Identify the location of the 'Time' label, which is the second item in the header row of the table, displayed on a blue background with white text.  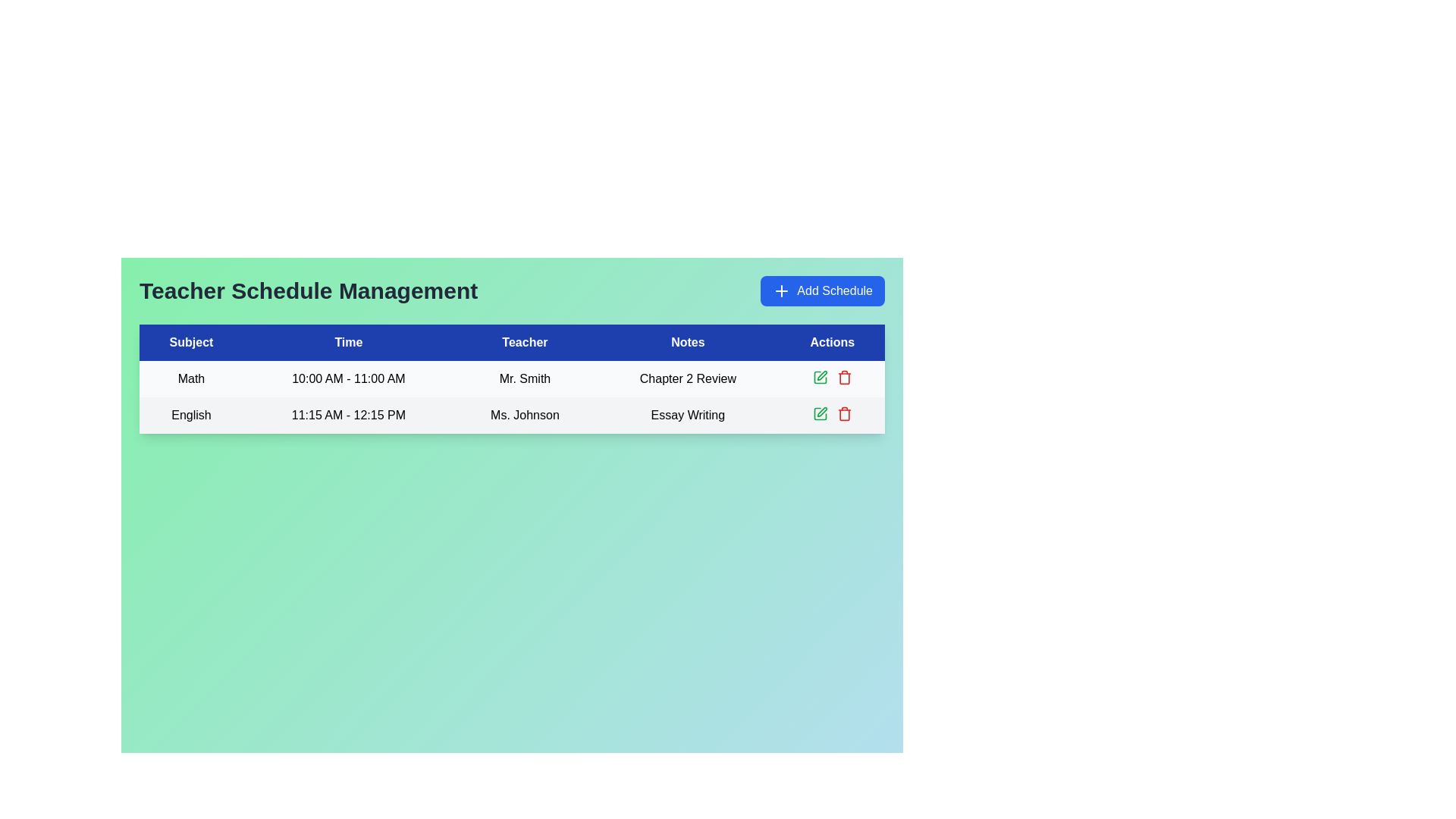
(347, 342).